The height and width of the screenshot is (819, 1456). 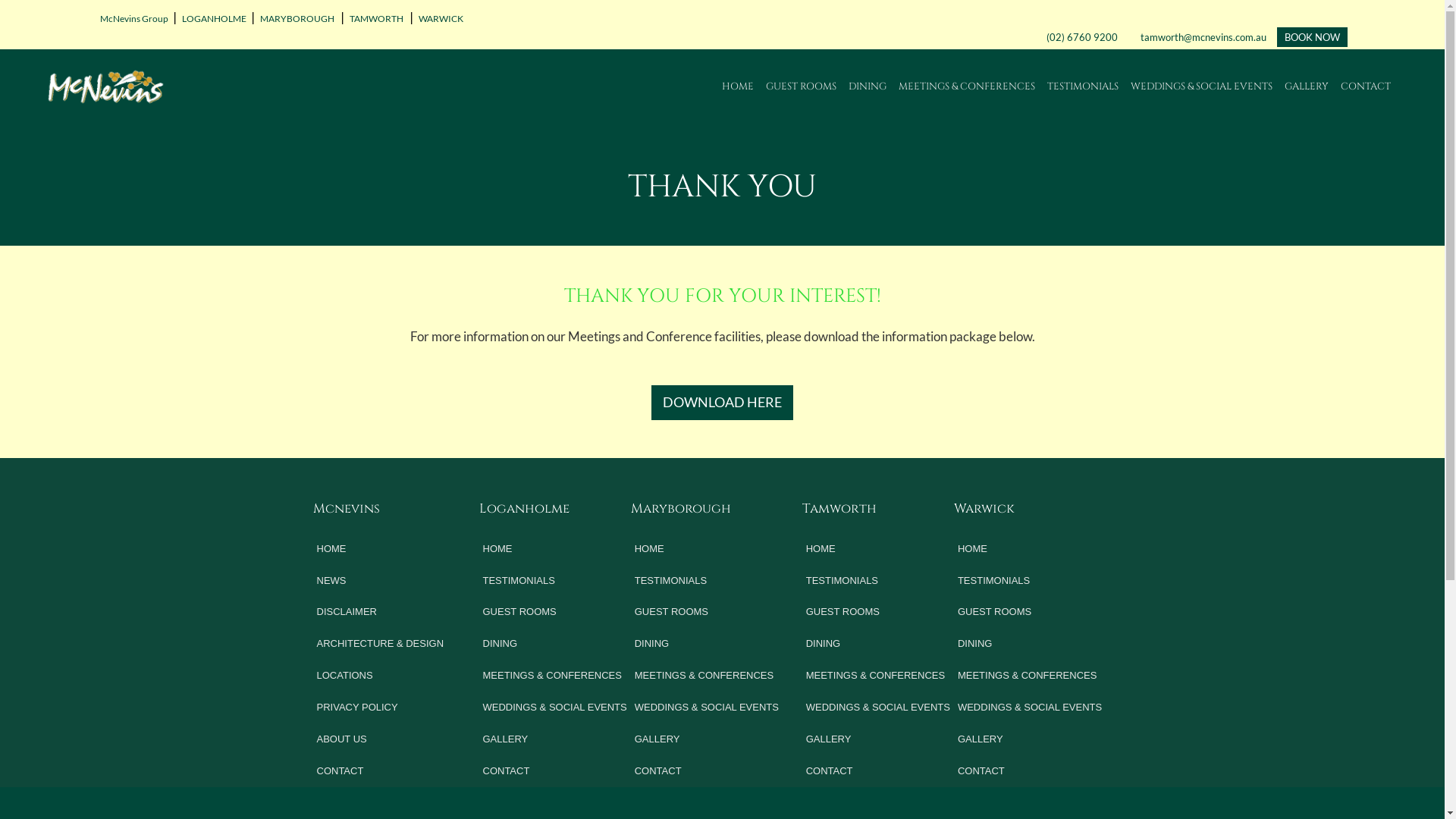 I want to click on '  WARWICK', so click(x=438, y=18).